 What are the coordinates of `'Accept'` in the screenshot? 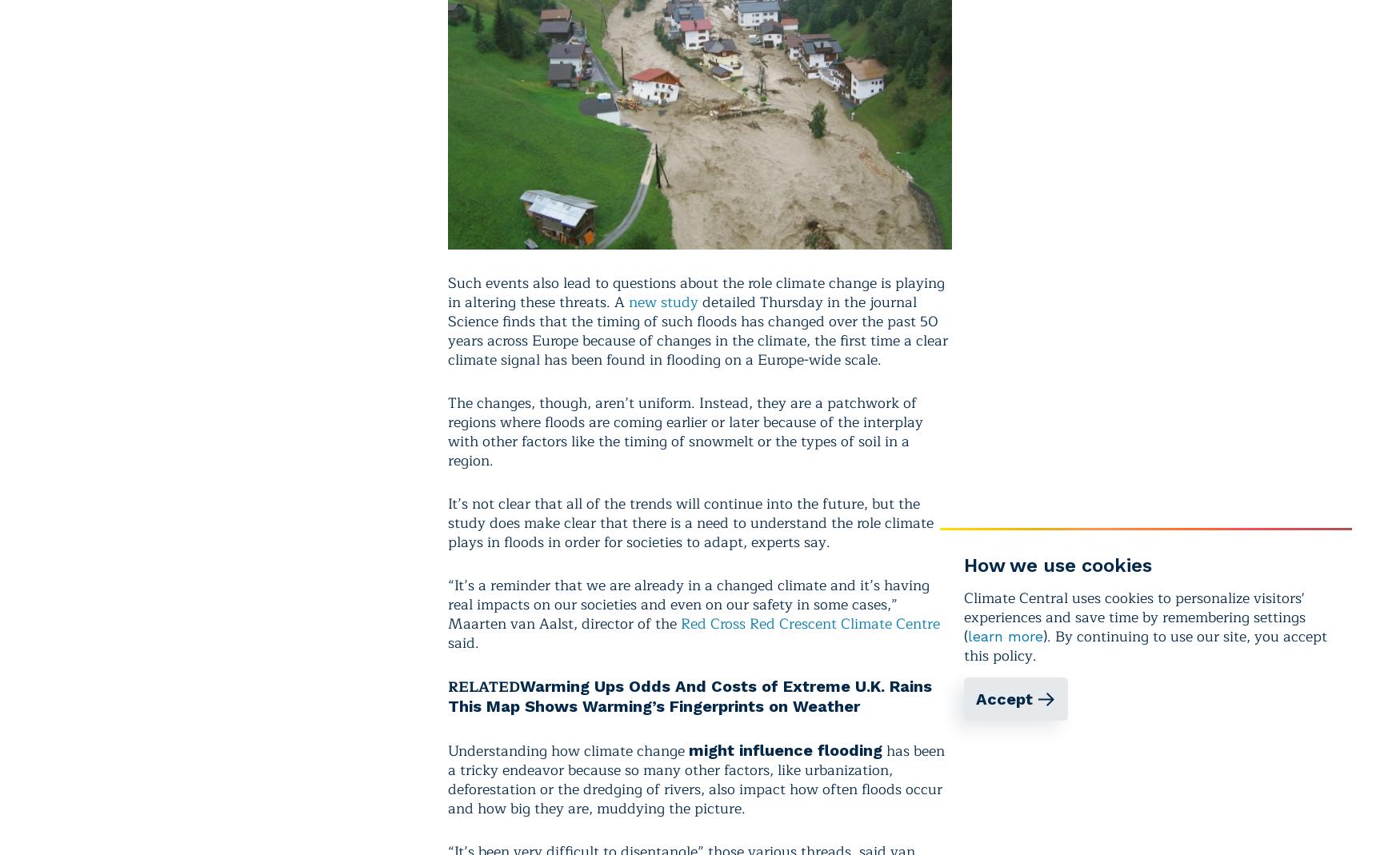 It's located at (1003, 698).